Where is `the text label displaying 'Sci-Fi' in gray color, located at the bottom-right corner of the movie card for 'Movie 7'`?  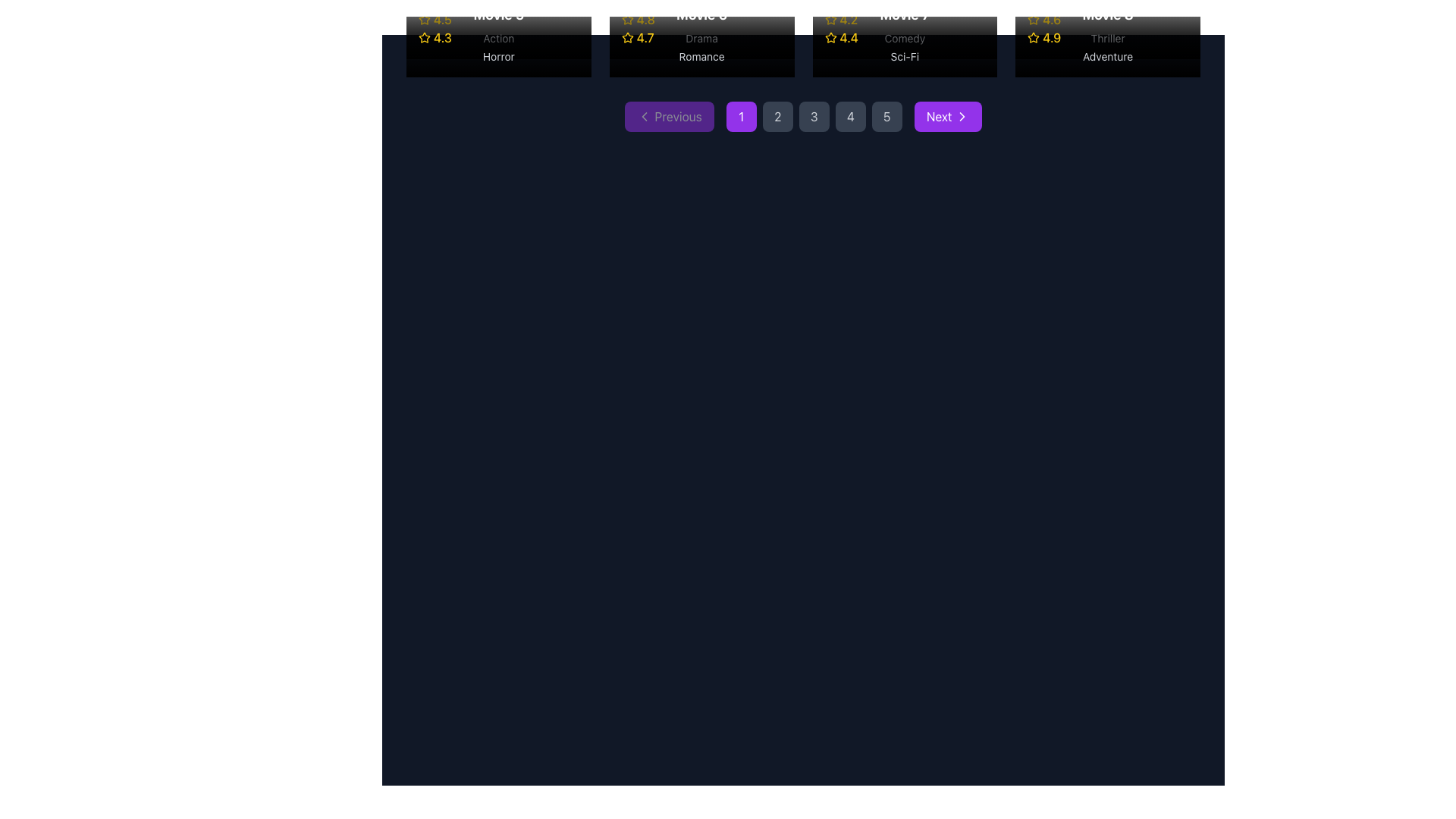
the text label displaying 'Sci-Fi' in gray color, located at the bottom-right corner of the movie card for 'Movie 7' is located at coordinates (905, 55).